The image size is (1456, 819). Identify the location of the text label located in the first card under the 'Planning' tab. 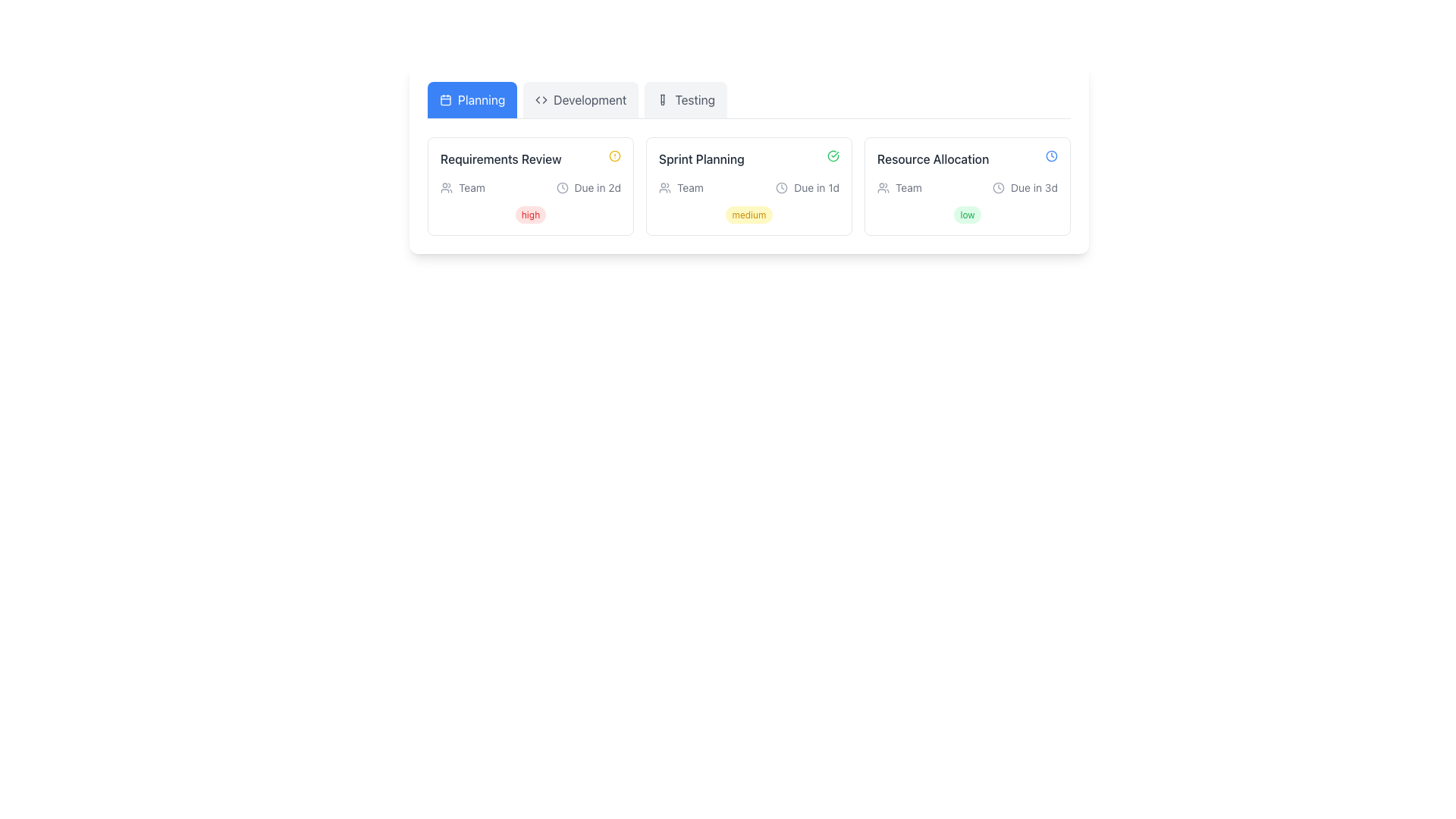
(500, 158).